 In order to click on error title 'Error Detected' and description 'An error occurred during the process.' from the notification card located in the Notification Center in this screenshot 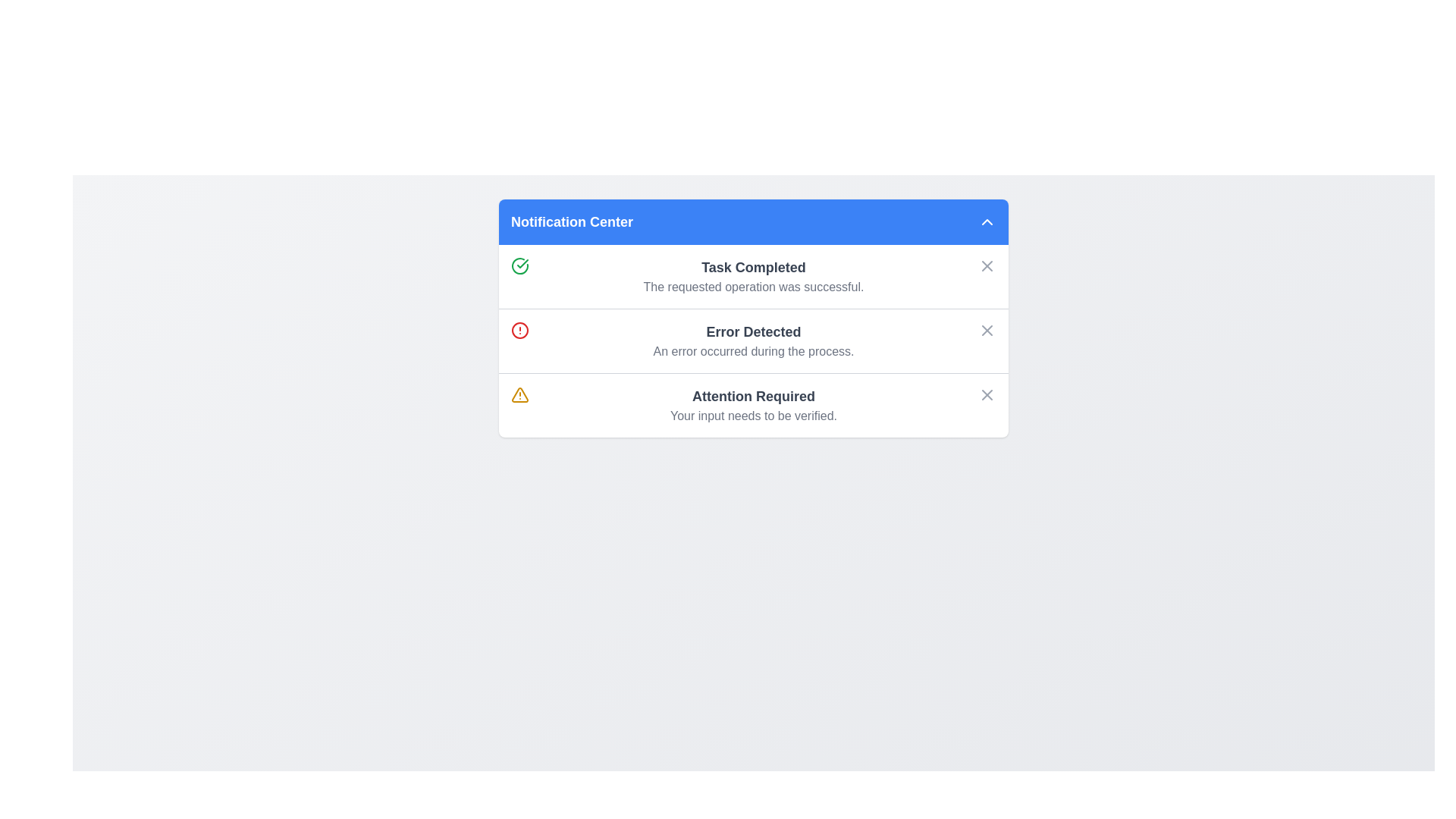, I will do `click(753, 340)`.